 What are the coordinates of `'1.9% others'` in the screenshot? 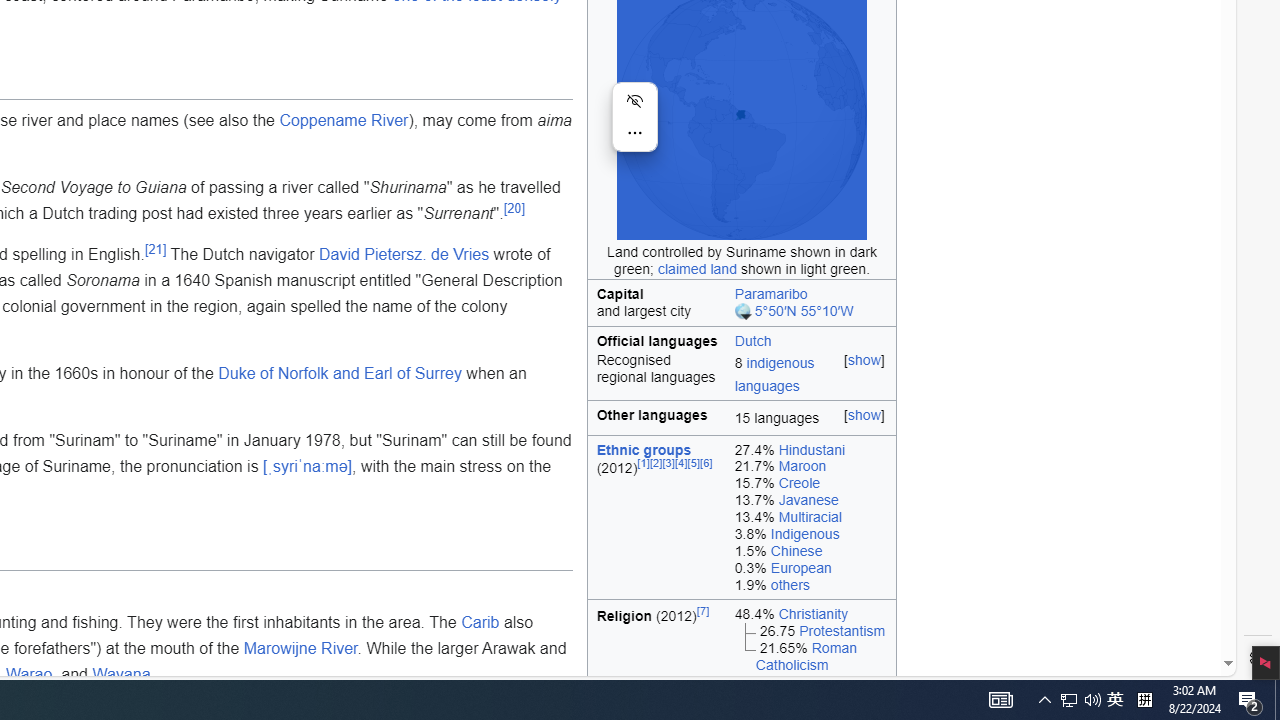 It's located at (810, 585).